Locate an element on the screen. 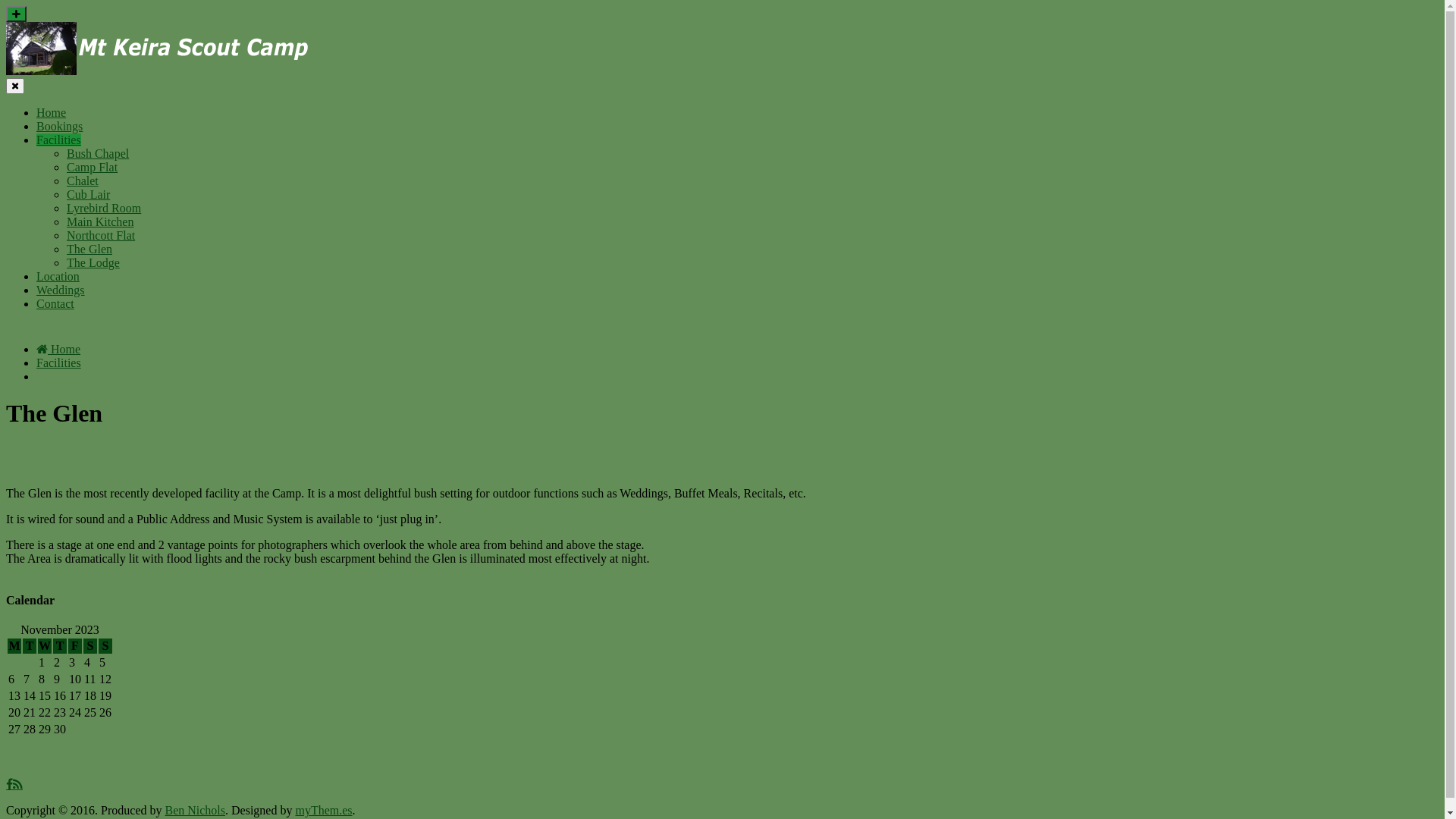 The image size is (1456, 819). 'Ben Nichols' is located at coordinates (164, 809).